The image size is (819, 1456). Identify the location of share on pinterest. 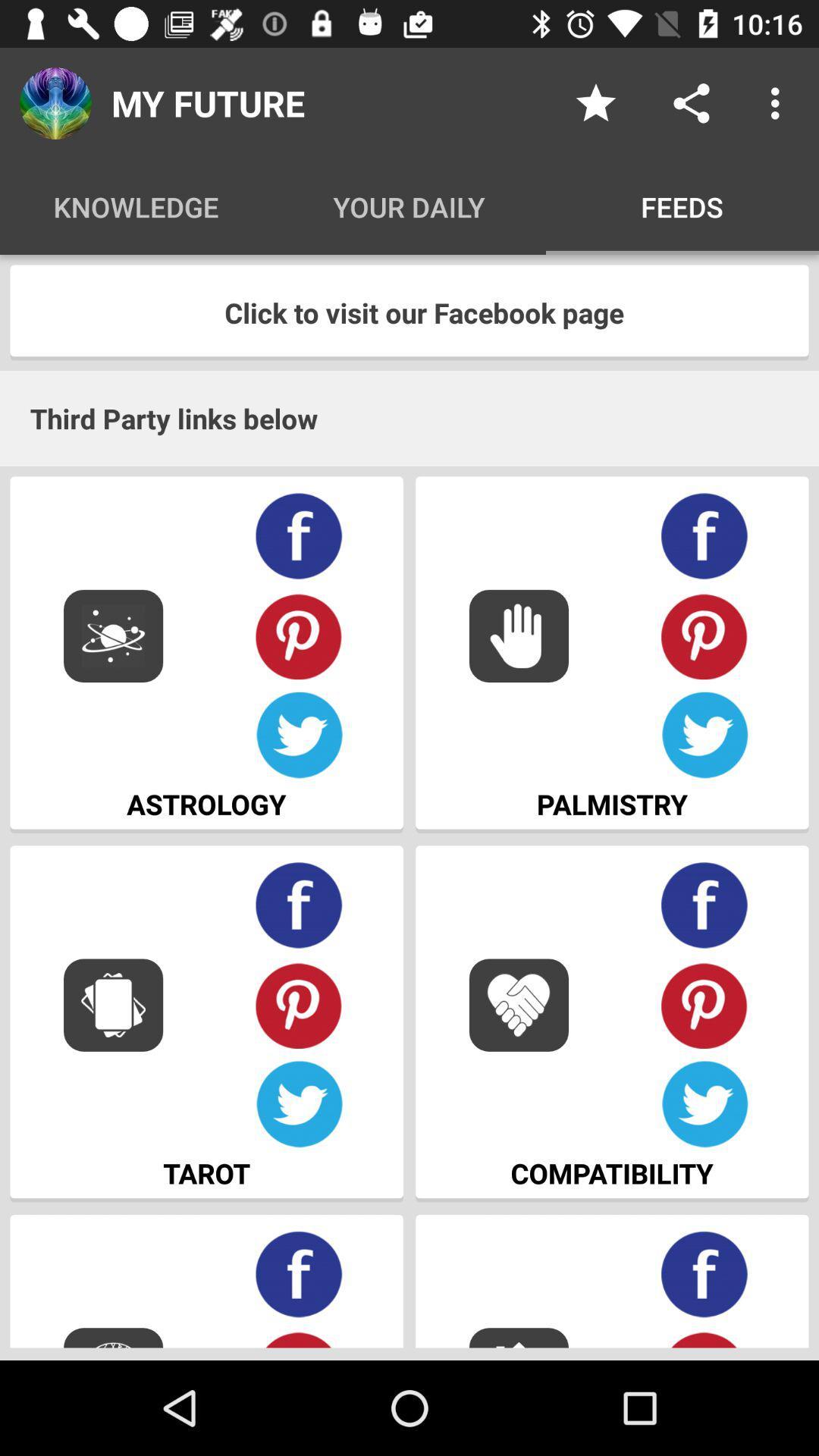
(704, 635).